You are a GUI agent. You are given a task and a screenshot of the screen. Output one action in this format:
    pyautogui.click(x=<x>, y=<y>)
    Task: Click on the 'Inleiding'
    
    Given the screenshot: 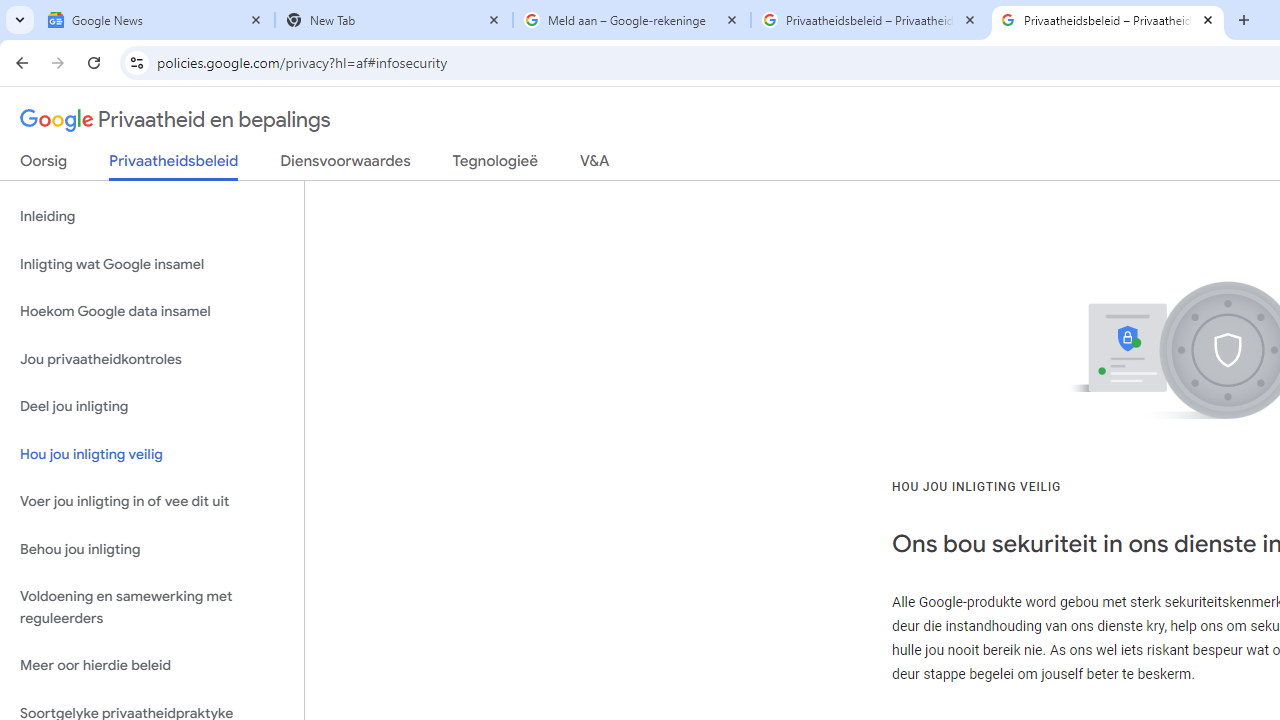 What is the action you would take?
    pyautogui.click(x=151, y=217)
    